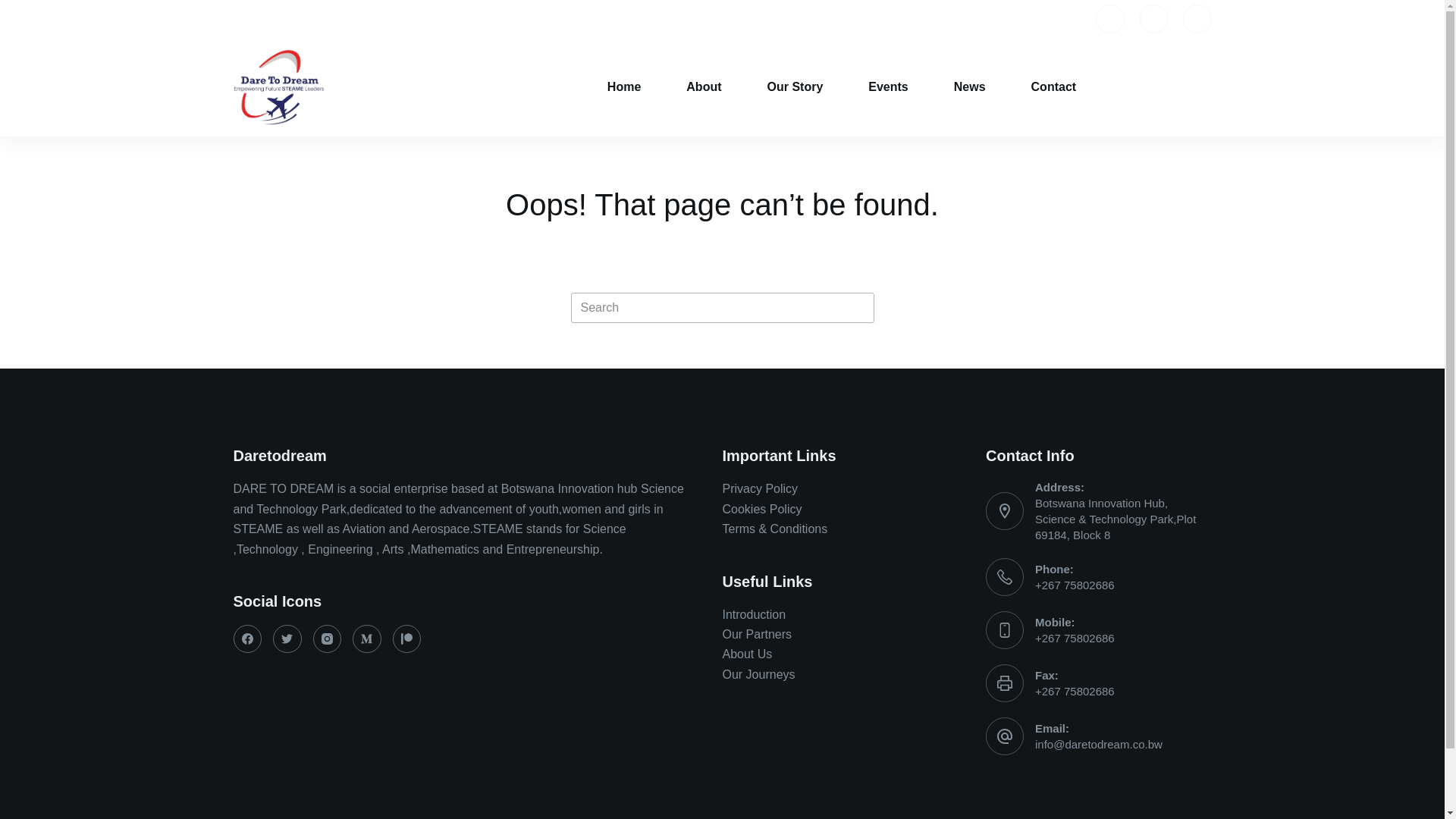  Describe the element at coordinates (1053, 87) in the screenshot. I see `'Contact'` at that location.